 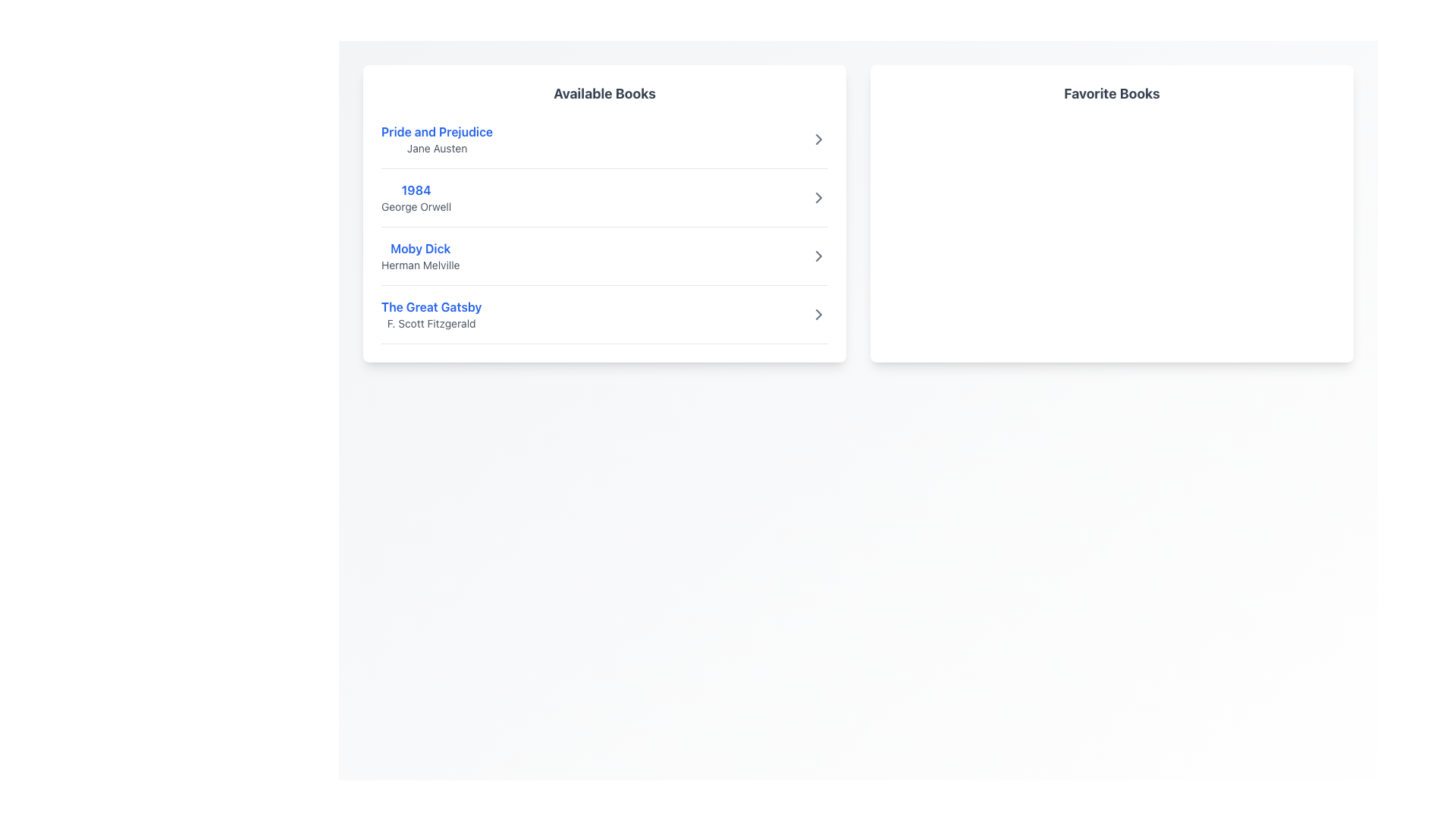 I want to click on the Chevron icon button positioned to the far right of the 'Moby Dick' entry row, adjacent to the text 'Herman Melville', so click(x=818, y=256).